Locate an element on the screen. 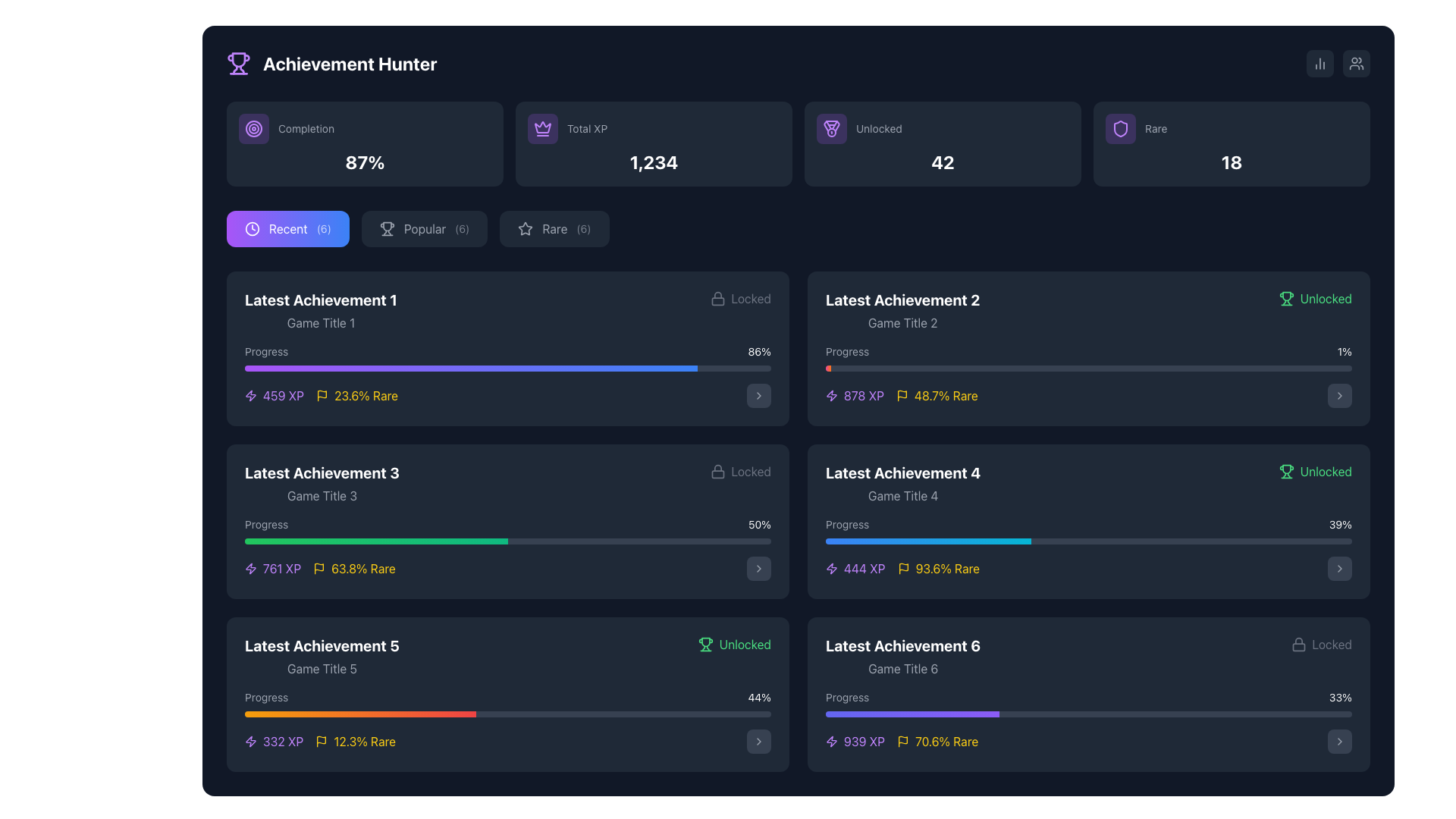 Image resolution: width=1456 pixels, height=819 pixels. the square-shaped button with a dark gray background and a white icon of two abstract user outlines at its center, located at the top-right corner of the interface is located at coordinates (1357, 63).